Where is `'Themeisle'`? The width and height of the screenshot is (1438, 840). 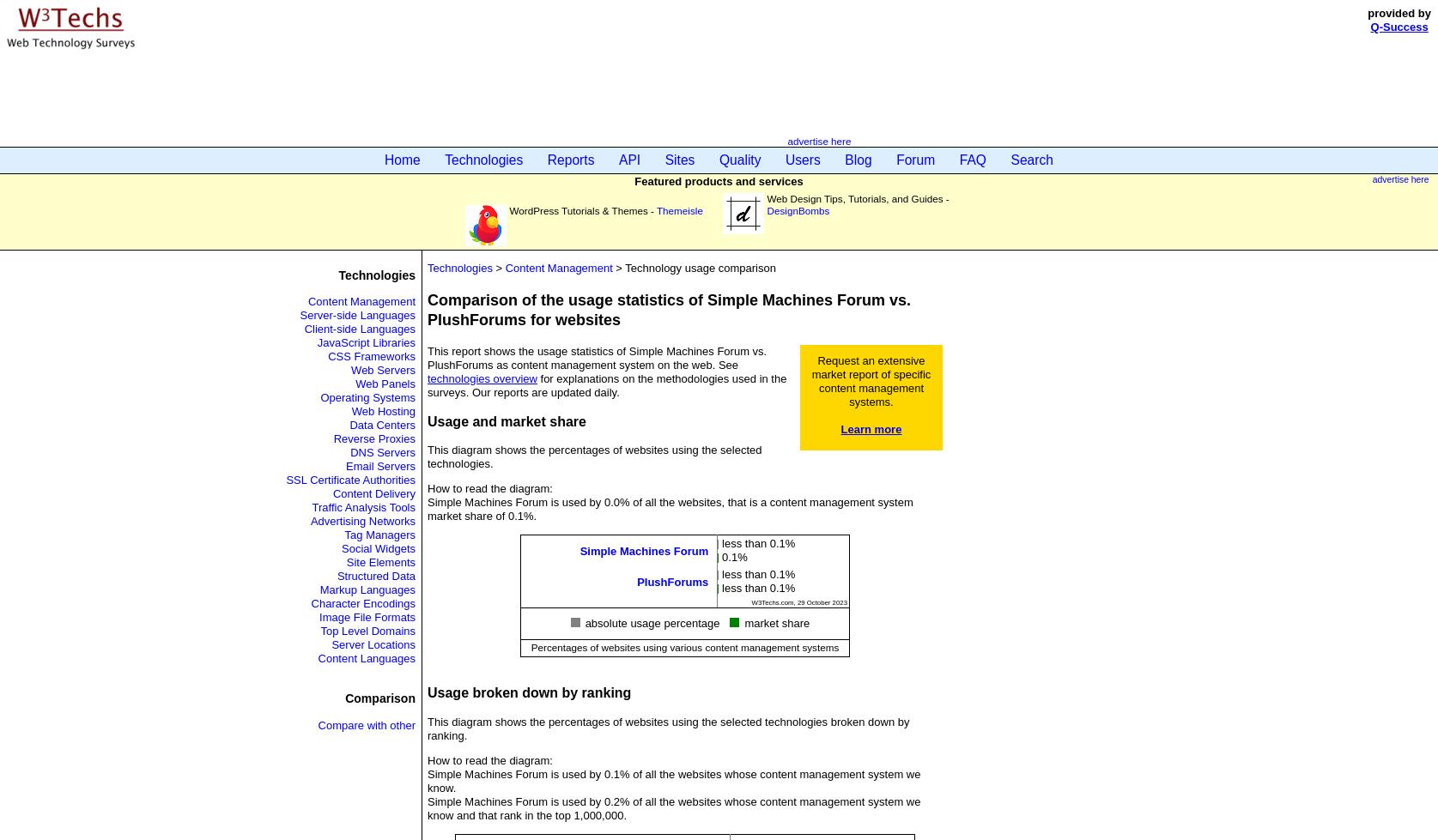 'Themeisle' is located at coordinates (655, 210).